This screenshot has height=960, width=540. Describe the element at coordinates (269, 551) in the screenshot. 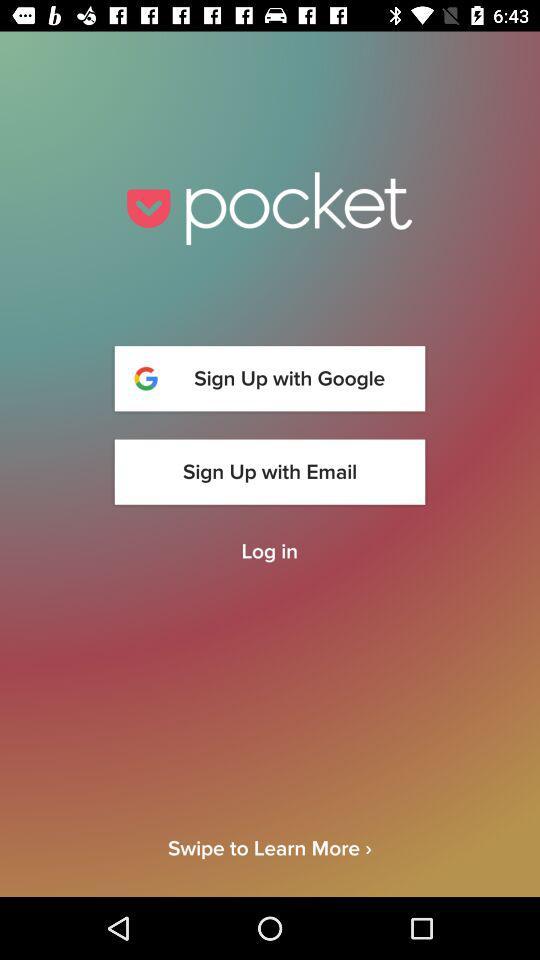

I see `the log in` at that location.